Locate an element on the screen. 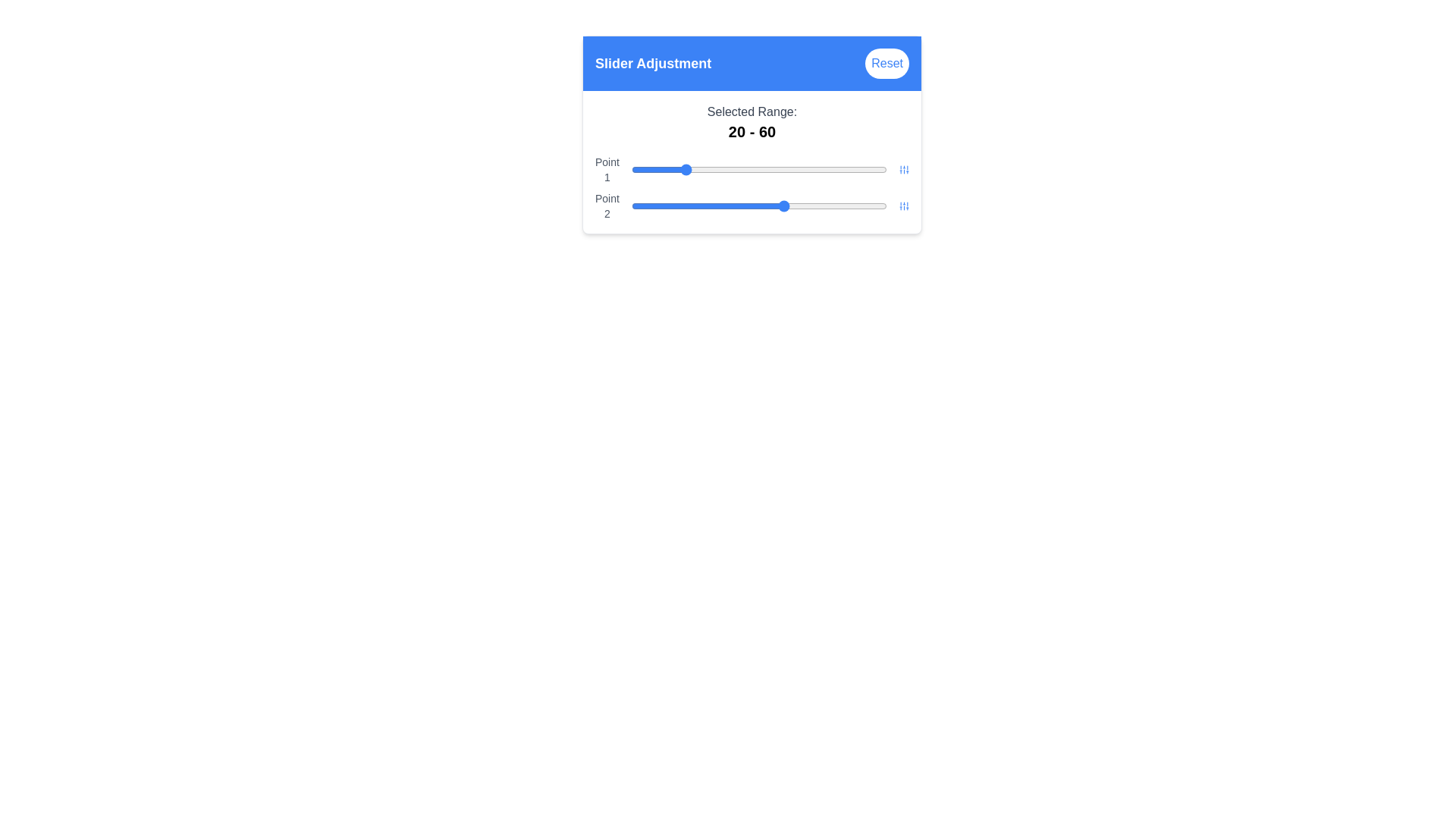  the range slider located below the 'Point 1' label is located at coordinates (759, 169).